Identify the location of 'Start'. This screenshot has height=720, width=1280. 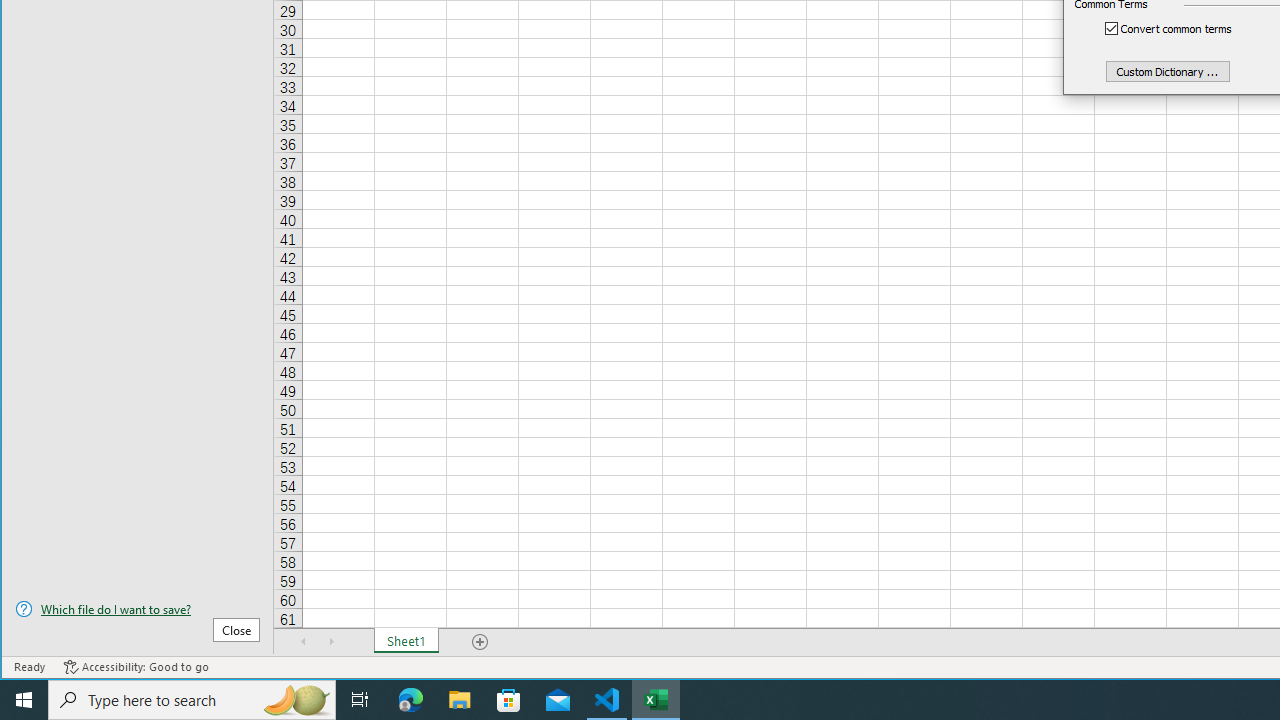
(24, 698).